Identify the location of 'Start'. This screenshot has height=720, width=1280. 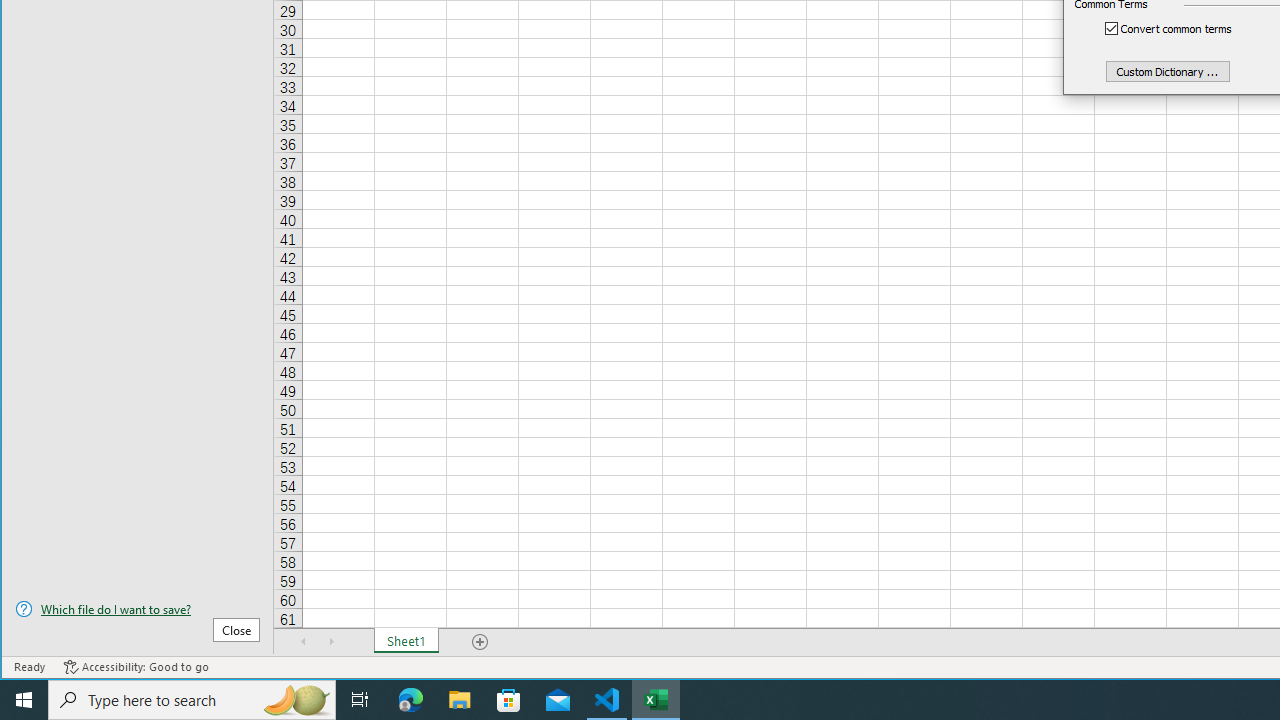
(24, 698).